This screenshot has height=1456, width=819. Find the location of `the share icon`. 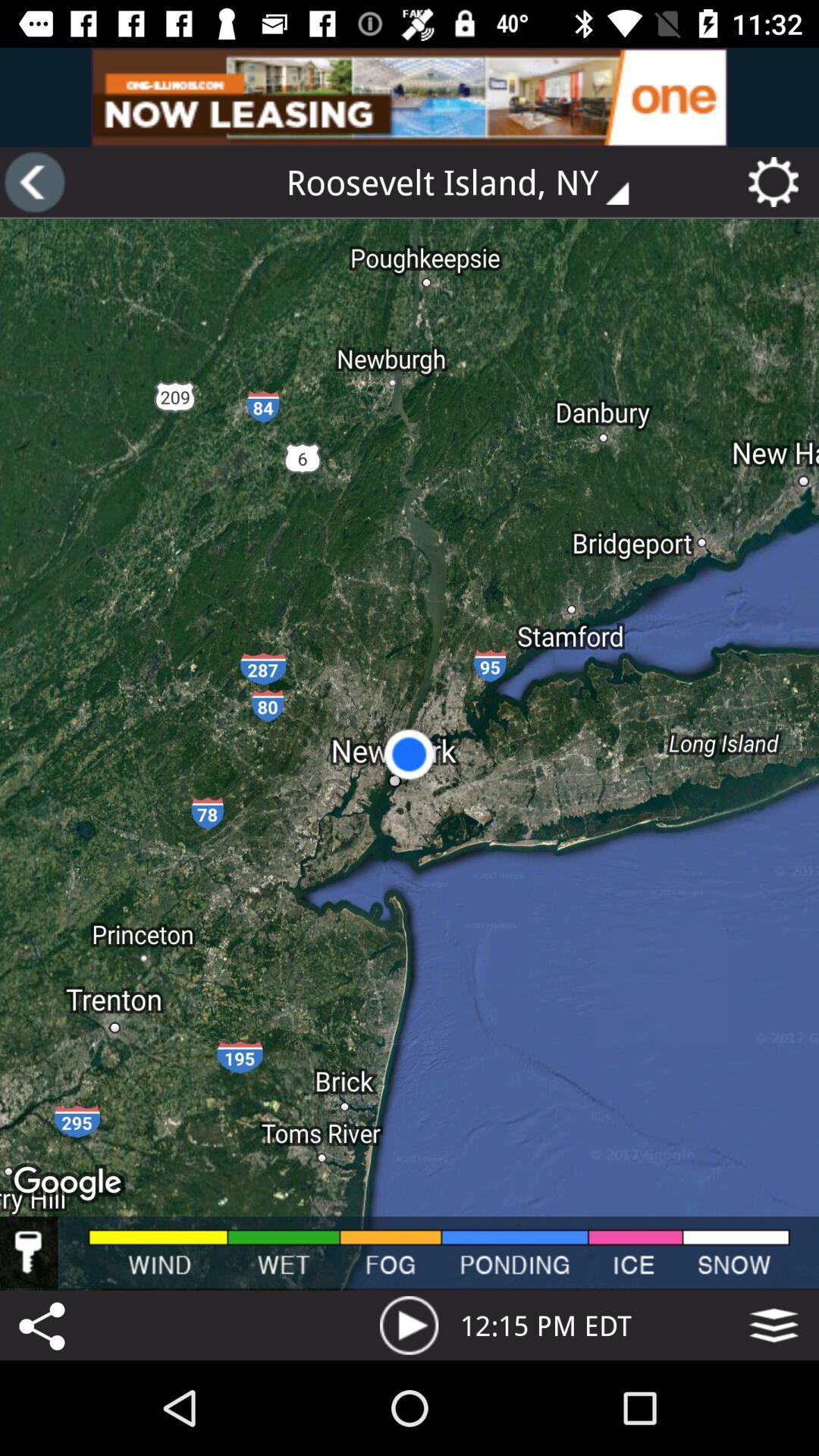

the share icon is located at coordinates (44, 1324).